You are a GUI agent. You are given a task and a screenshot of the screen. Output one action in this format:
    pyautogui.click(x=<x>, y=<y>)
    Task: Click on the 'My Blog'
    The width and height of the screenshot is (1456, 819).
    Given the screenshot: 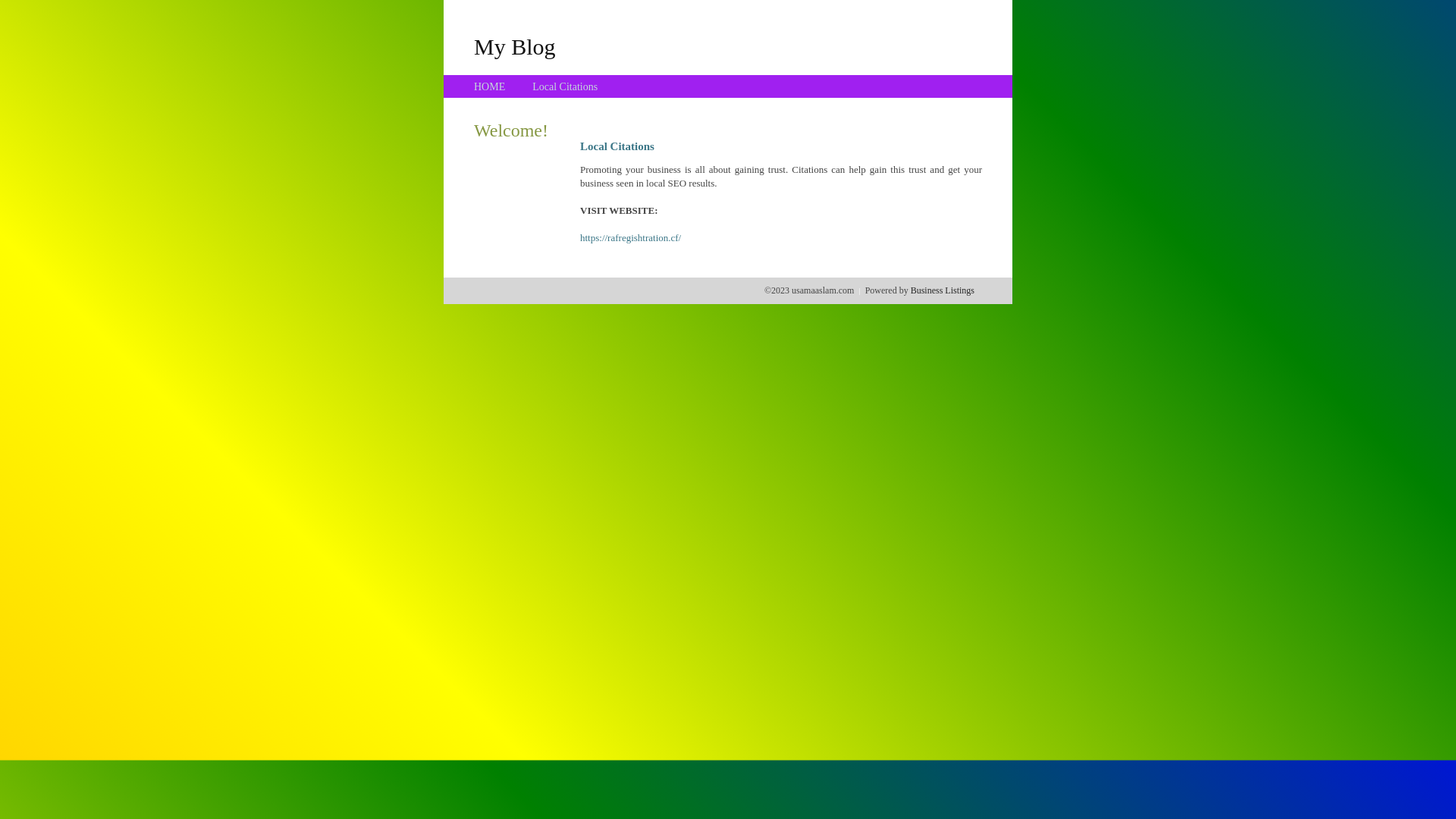 What is the action you would take?
    pyautogui.click(x=514, y=45)
    